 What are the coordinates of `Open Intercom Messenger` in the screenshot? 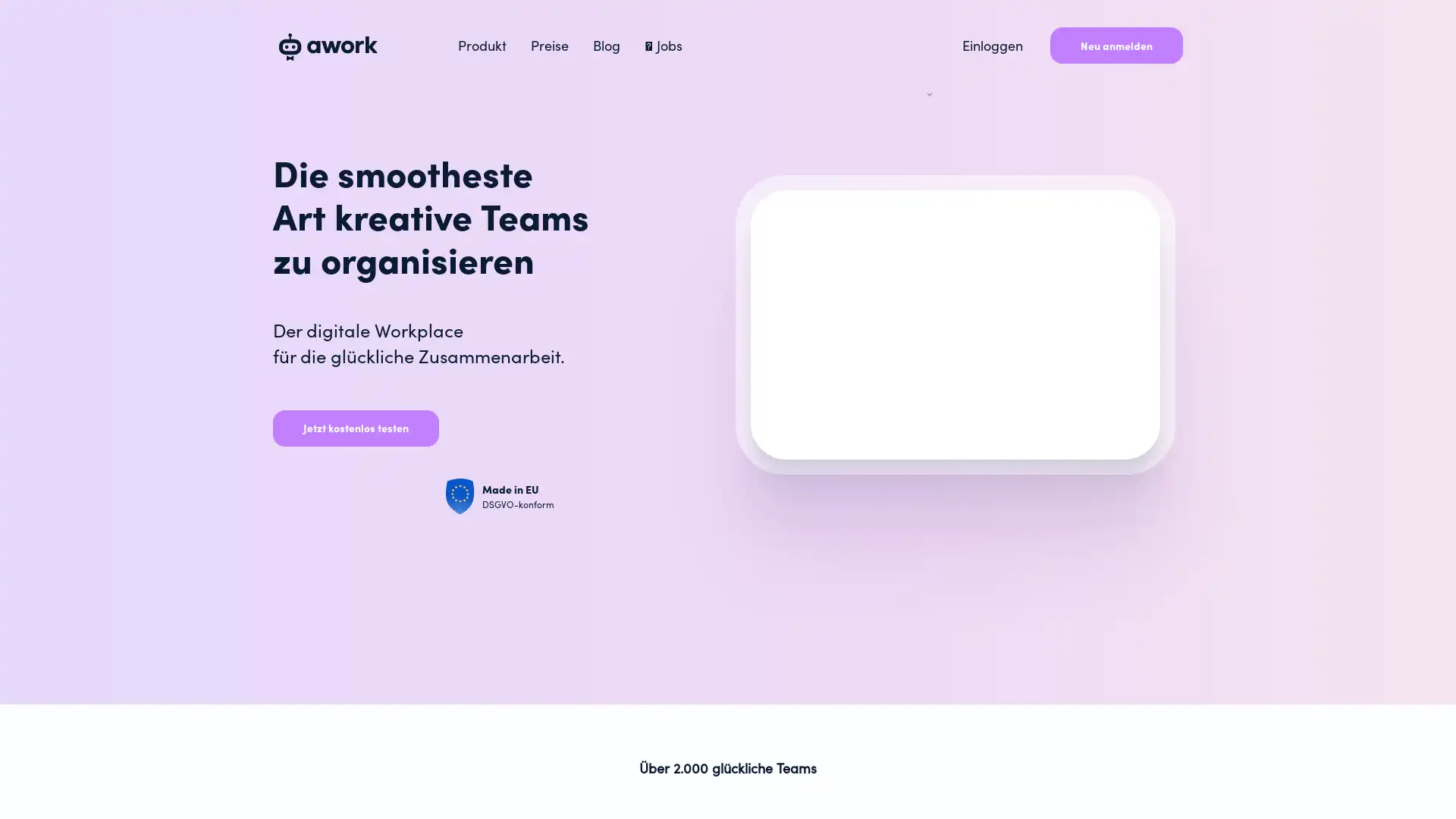 It's located at (1417, 780).